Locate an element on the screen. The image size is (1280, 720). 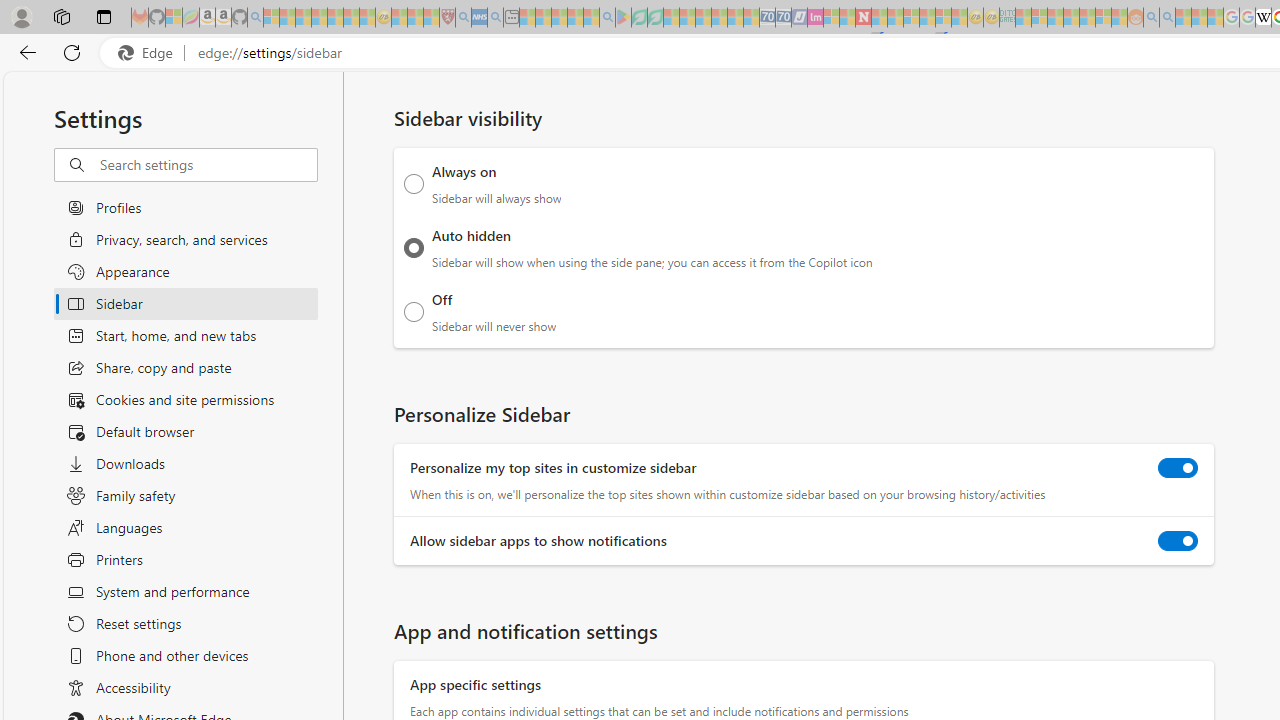
'Kinda Frugal - MSN - Sleeping' is located at coordinates (1086, 17).